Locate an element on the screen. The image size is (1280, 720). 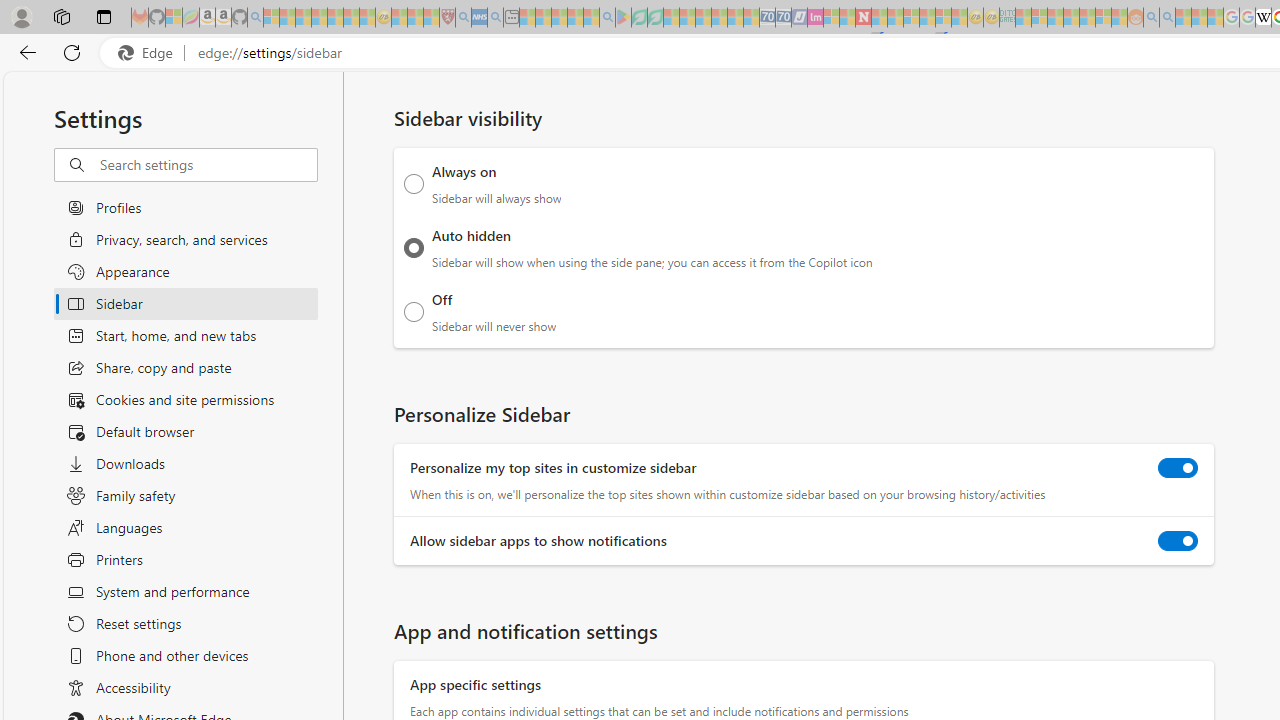
'Kinda Frugal - MSN - Sleeping' is located at coordinates (1086, 17).